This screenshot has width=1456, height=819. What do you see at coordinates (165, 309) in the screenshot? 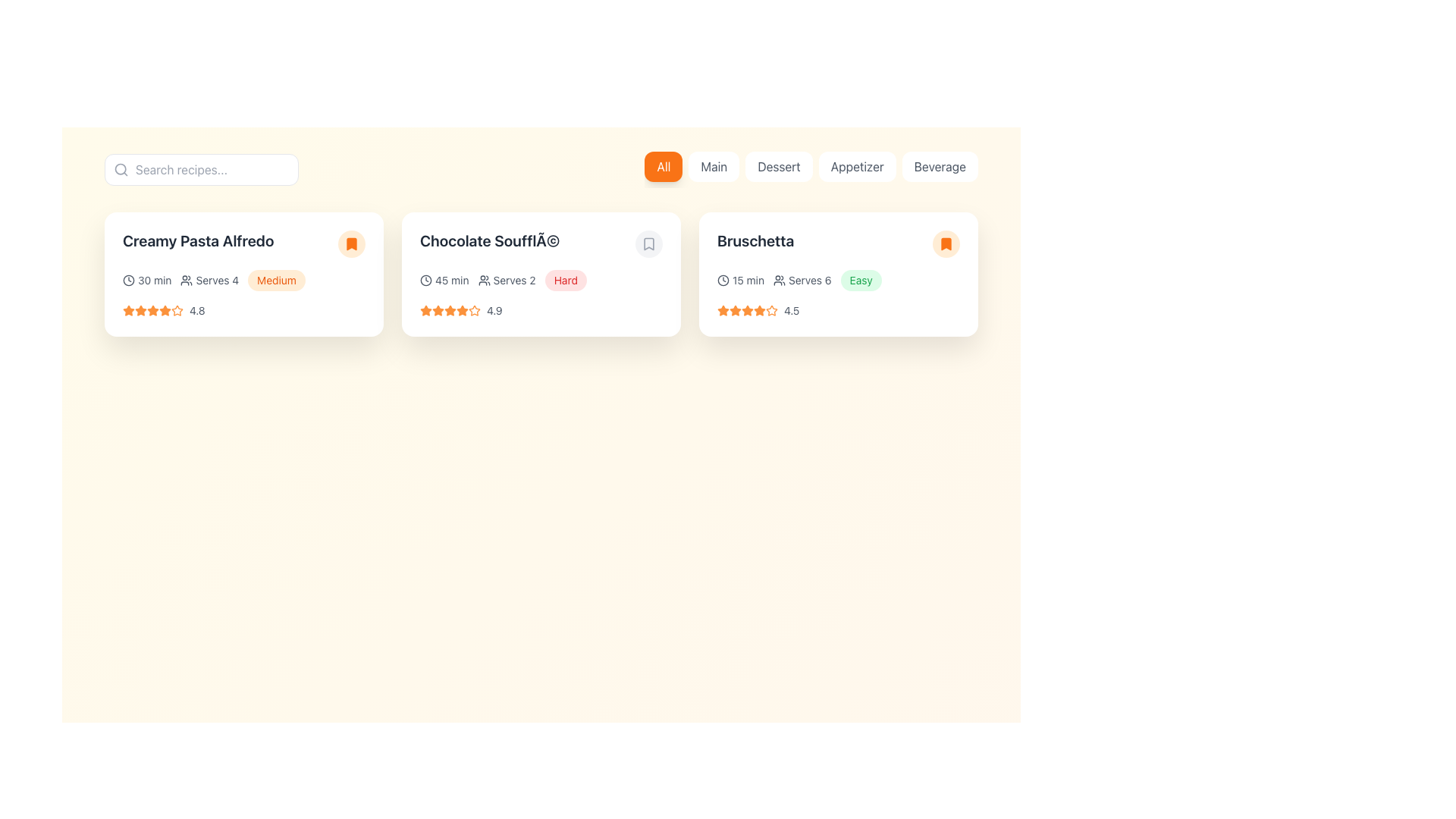
I see `the fifth star icon representing the rating for the 'Creamy Pasta Alfredo' recipe to interact with it` at bounding box center [165, 309].